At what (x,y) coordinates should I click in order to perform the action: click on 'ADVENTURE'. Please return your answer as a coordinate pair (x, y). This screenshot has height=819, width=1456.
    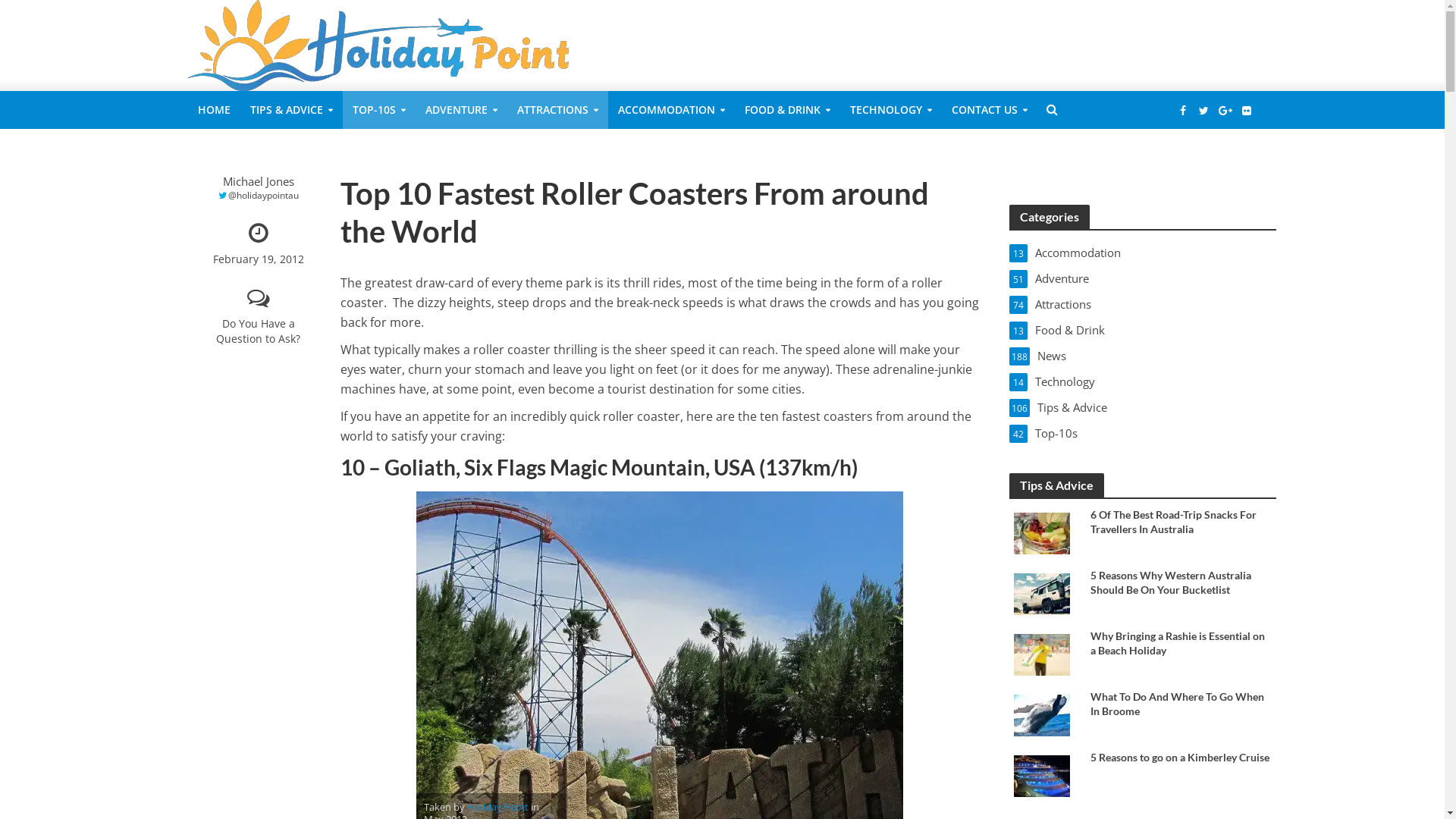
    Looking at the image, I should click on (415, 109).